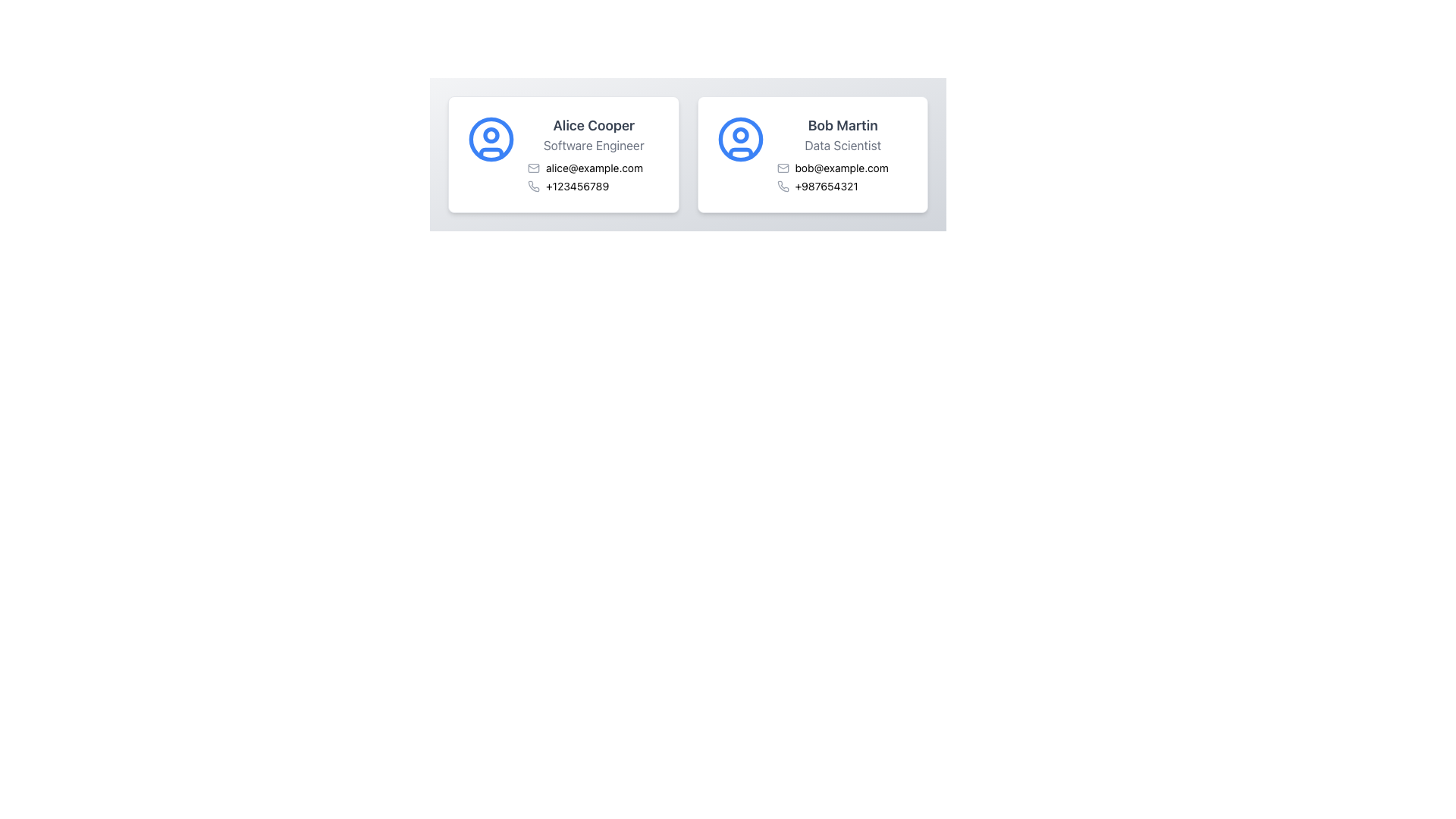 This screenshot has width=1456, height=819. Describe the element at coordinates (576, 186) in the screenshot. I see `the informational text displaying the user's phone number in the user profile card, located to the right of the phone icon and below the user's email address` at that location.